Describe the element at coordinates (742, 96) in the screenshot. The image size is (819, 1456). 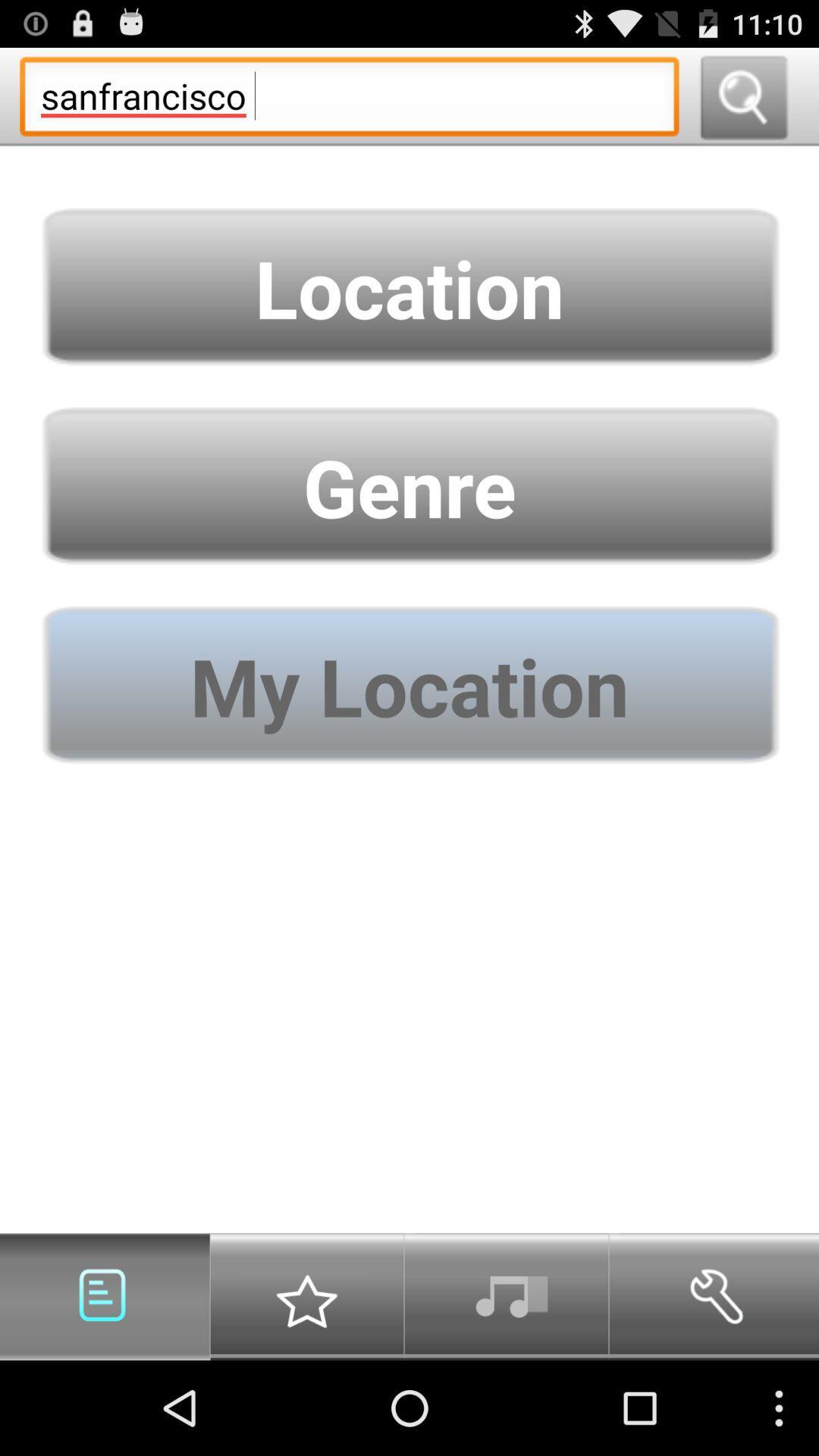
I see `search button` at that location.